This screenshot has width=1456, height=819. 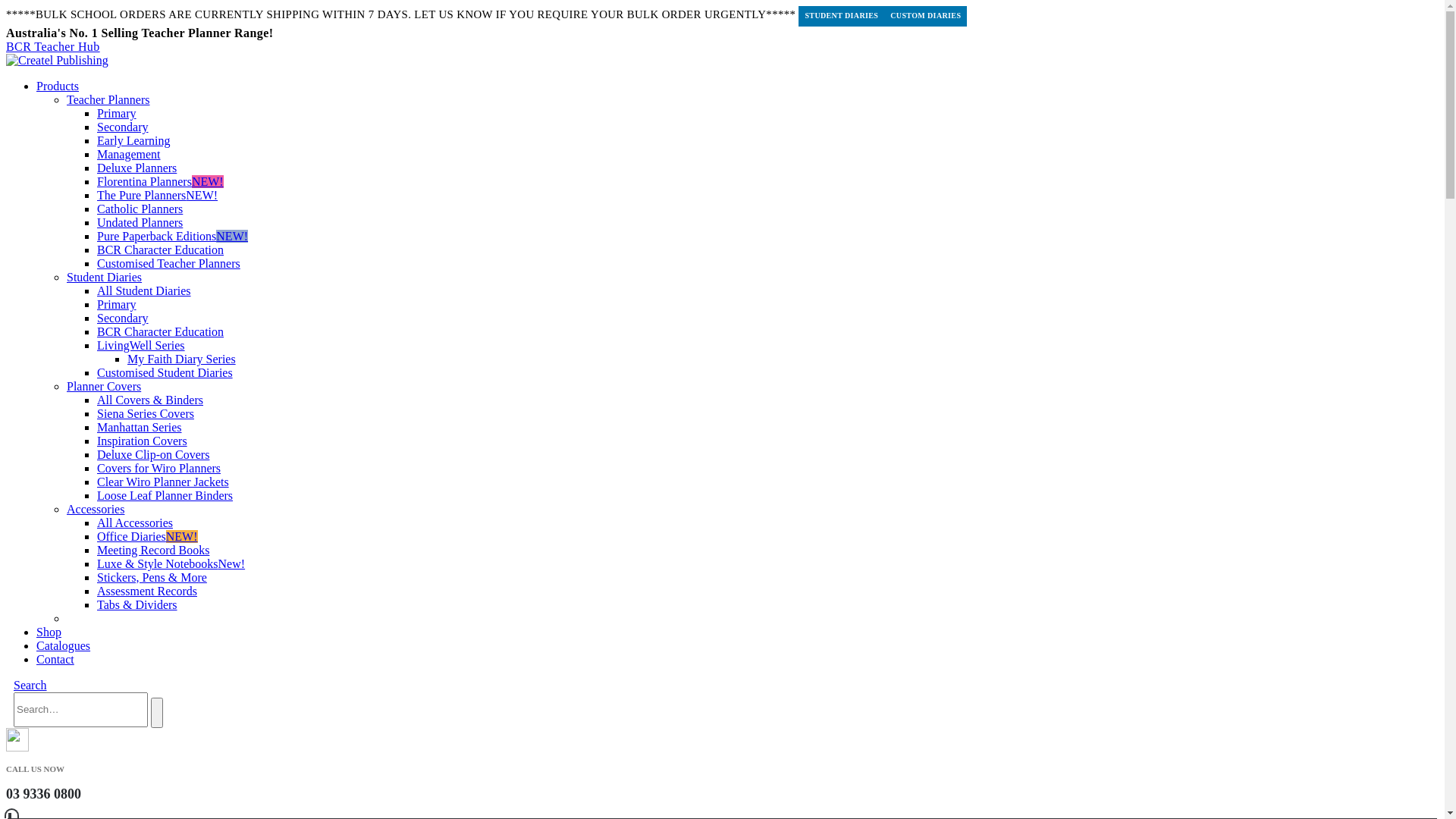 What do you see at coordinates (840, 16) in the screenshot?
I see `'STUDENT DIARIES'` at bounding box center [840, 16].